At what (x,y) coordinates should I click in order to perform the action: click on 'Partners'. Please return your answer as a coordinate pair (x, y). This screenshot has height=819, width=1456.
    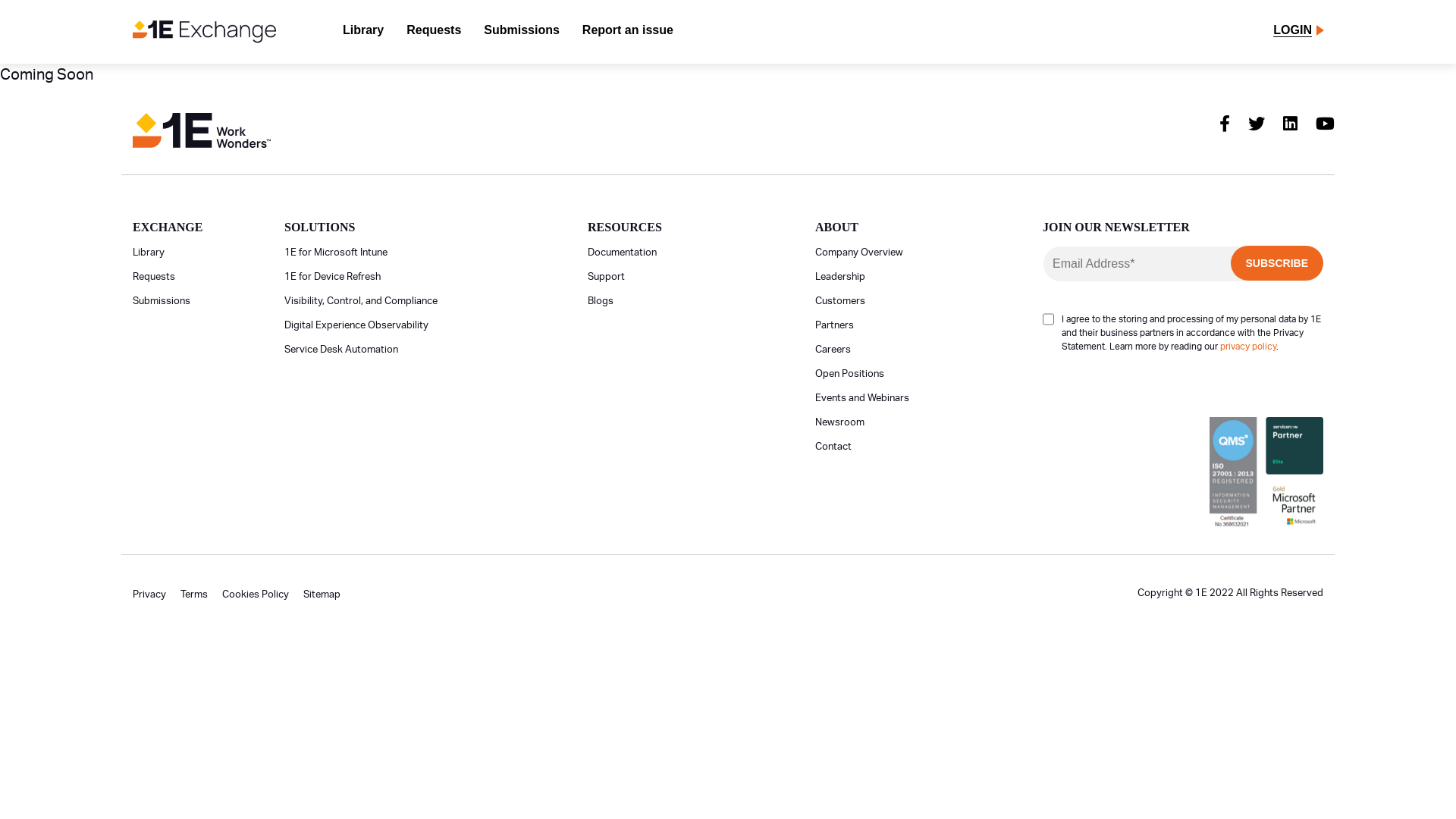
    Looking at the image, I should click on (833, 325).